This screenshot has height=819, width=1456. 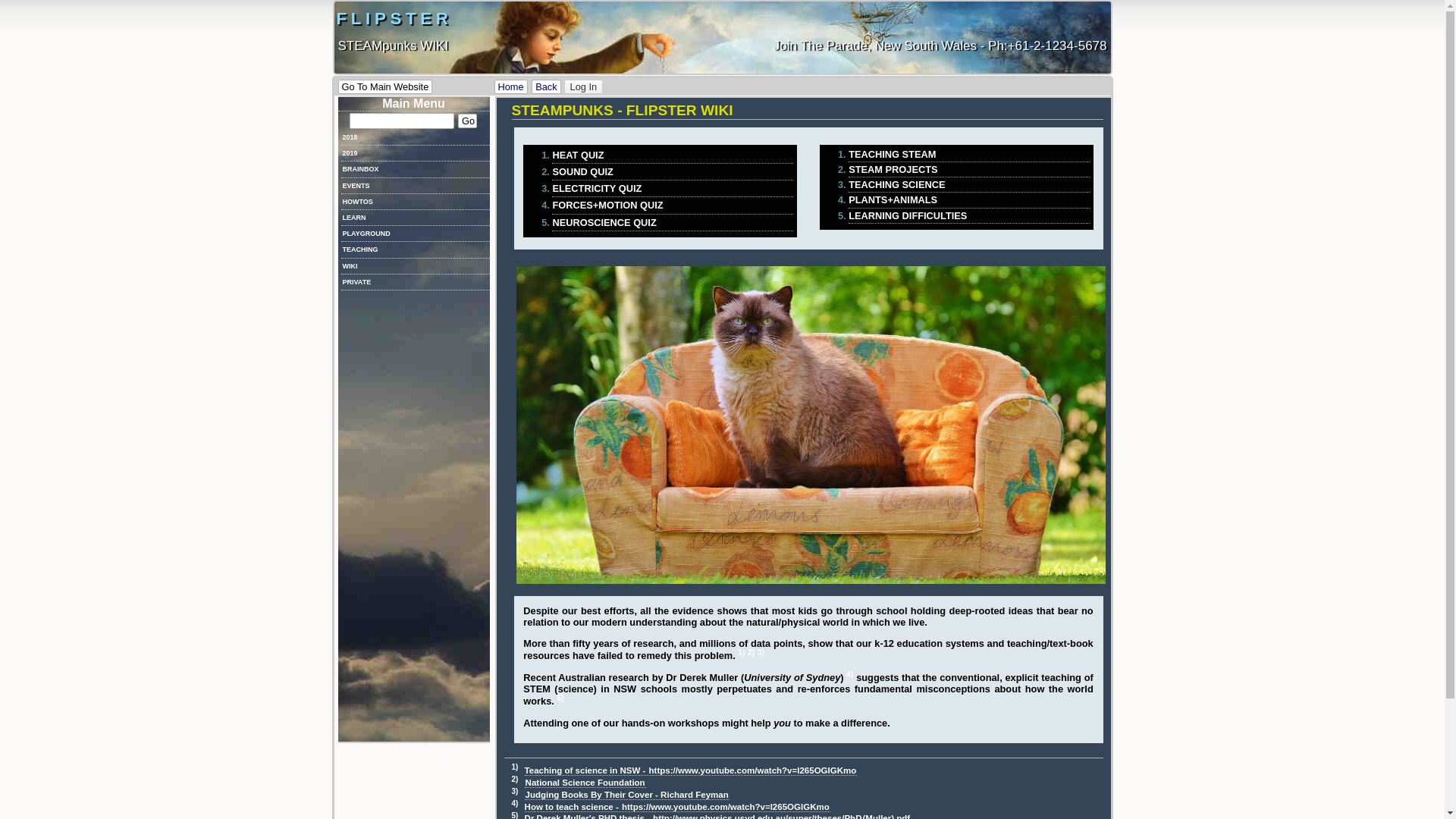 What do you see at coordinates (340, 218) in the screenshot?
I see `'LEARN'` at bounding box center [340, 218].